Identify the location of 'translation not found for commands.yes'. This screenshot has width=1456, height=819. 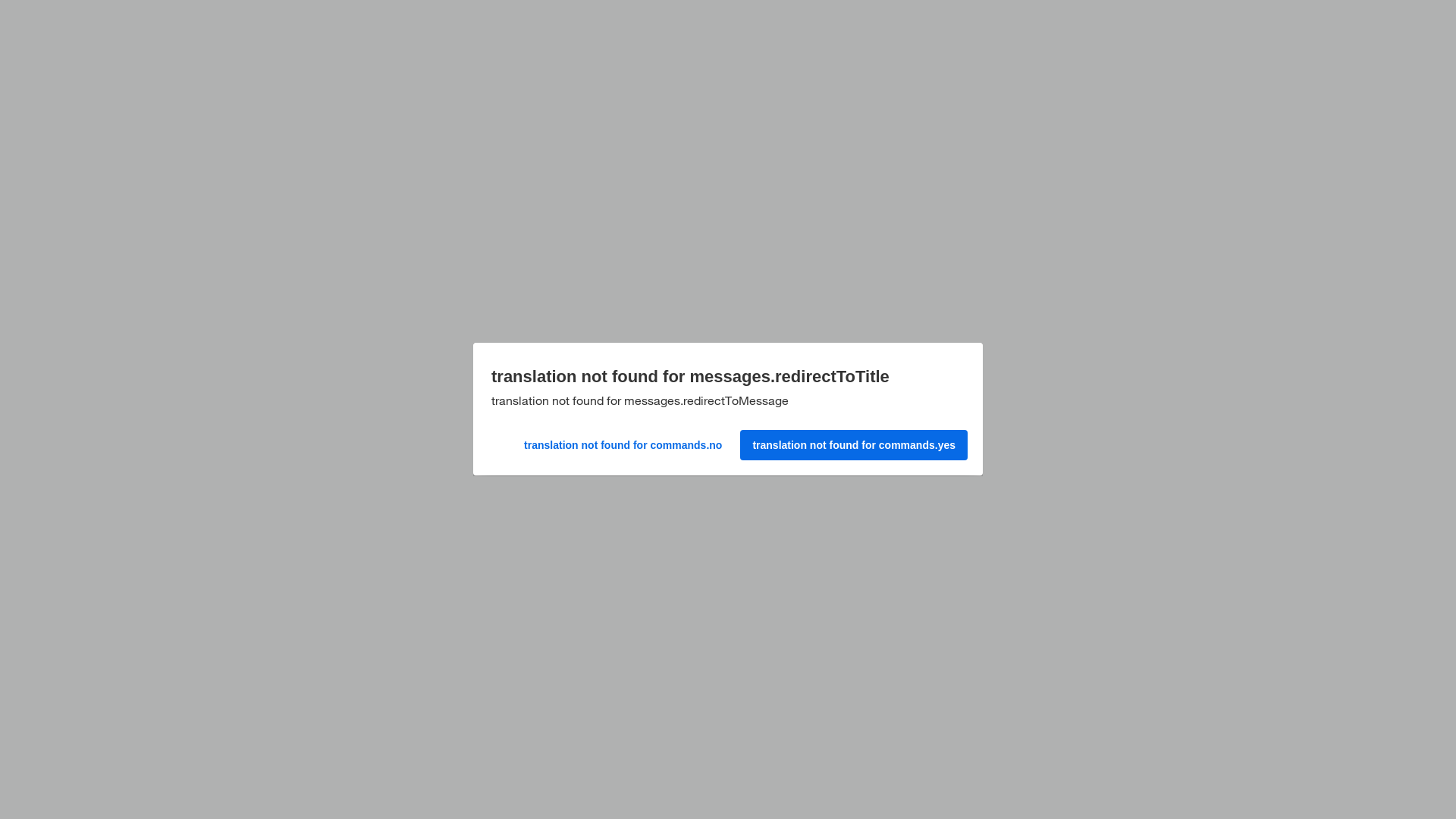
(852, 442).